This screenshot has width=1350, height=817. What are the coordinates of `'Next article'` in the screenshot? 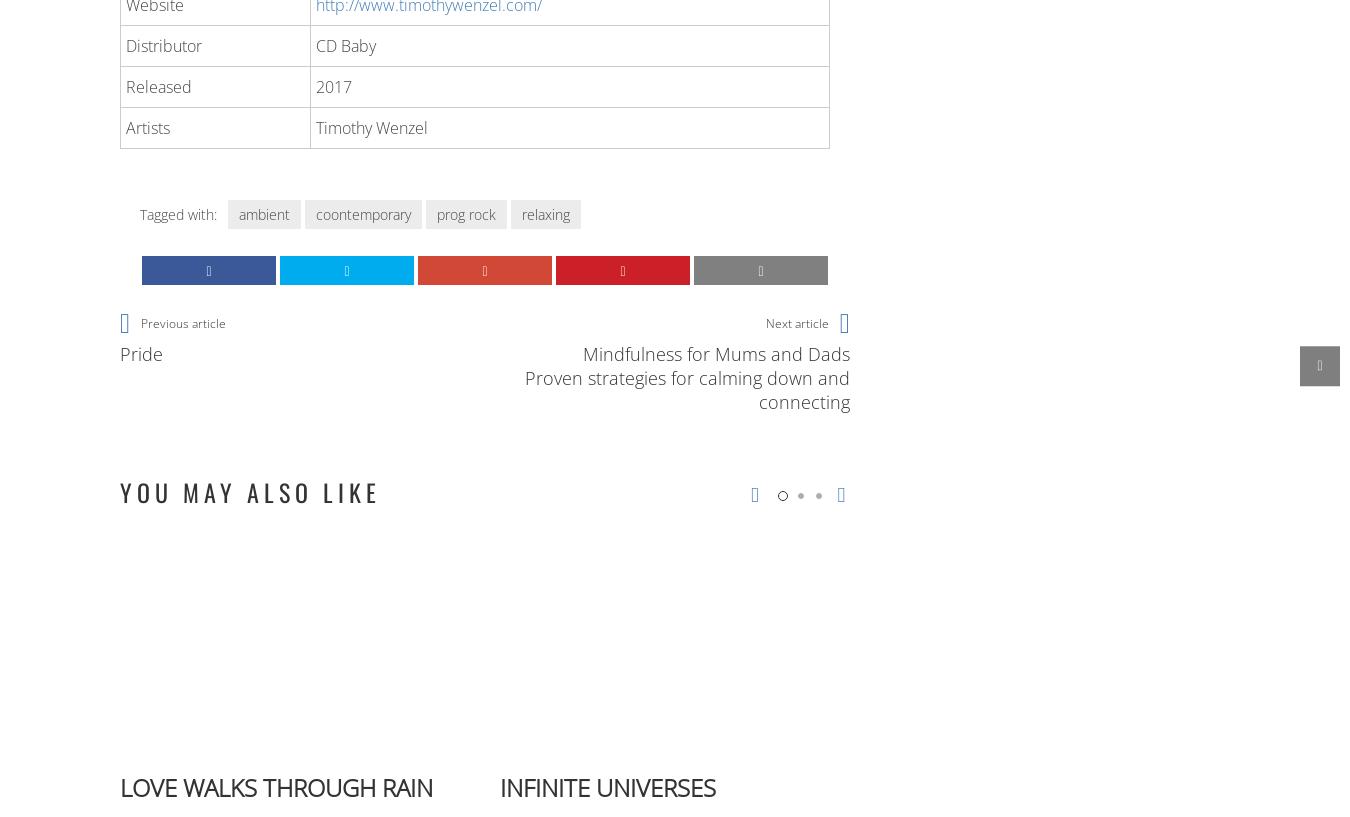 It's located at (764, 323).